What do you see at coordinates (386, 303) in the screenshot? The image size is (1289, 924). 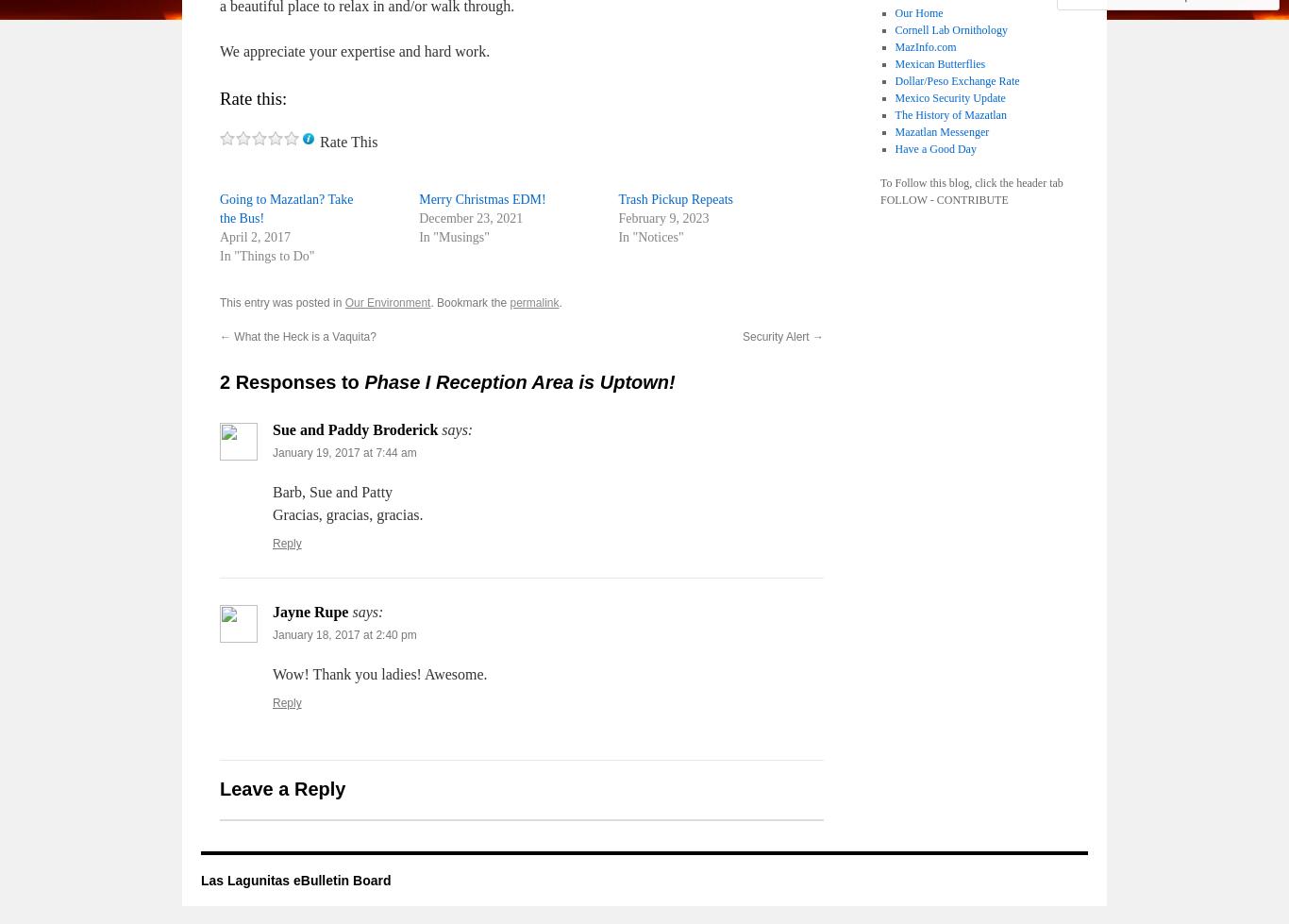 I see `'Our Environment'` at bounding box center [386, 303].